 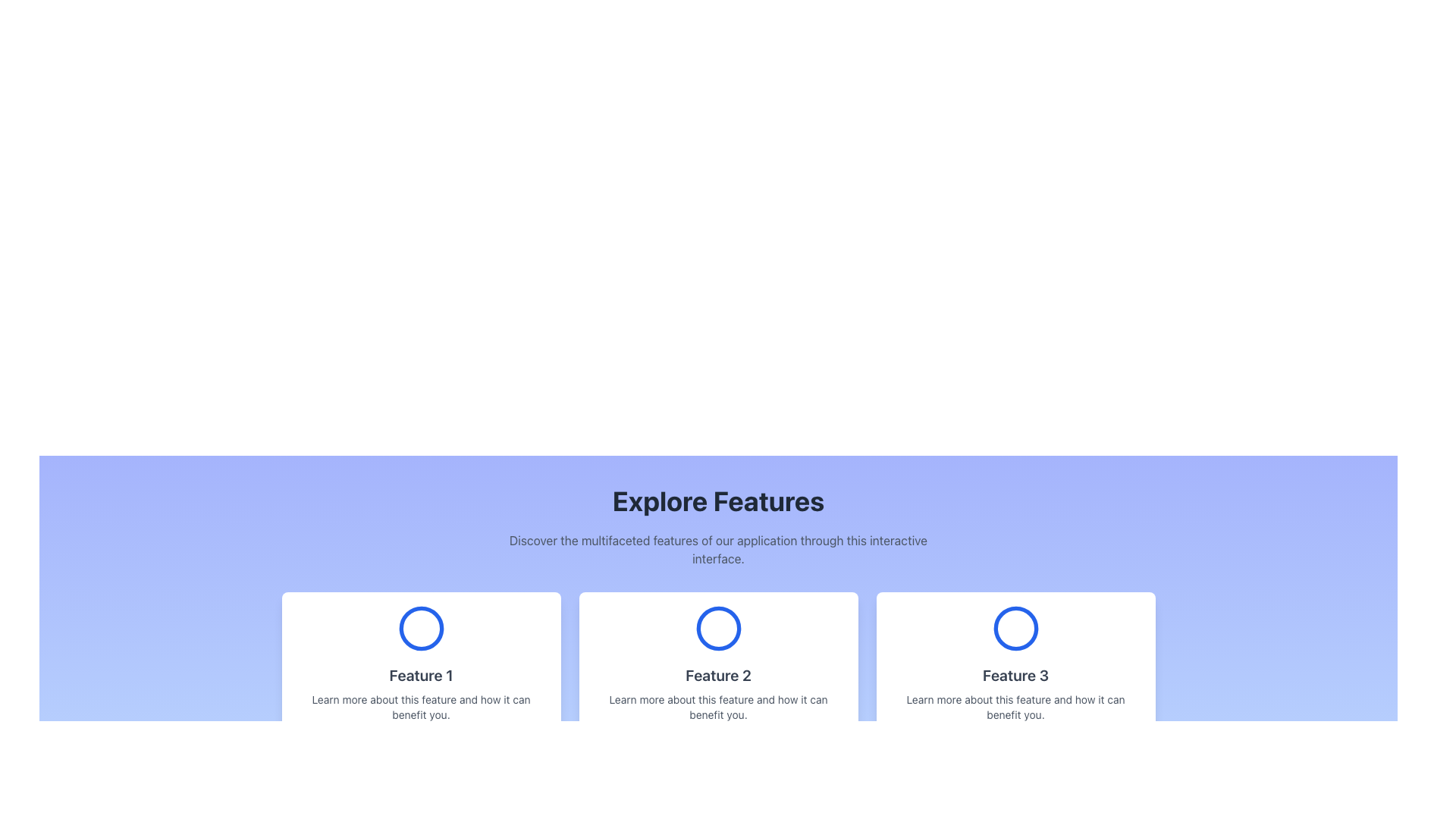 I want to click on the text block that displays the sentence: "Discover the multifaceted features of our application through this interactive interface." which is styled in gray and centered beneath the 'Explore Features' header, so click(x=717, y=550).